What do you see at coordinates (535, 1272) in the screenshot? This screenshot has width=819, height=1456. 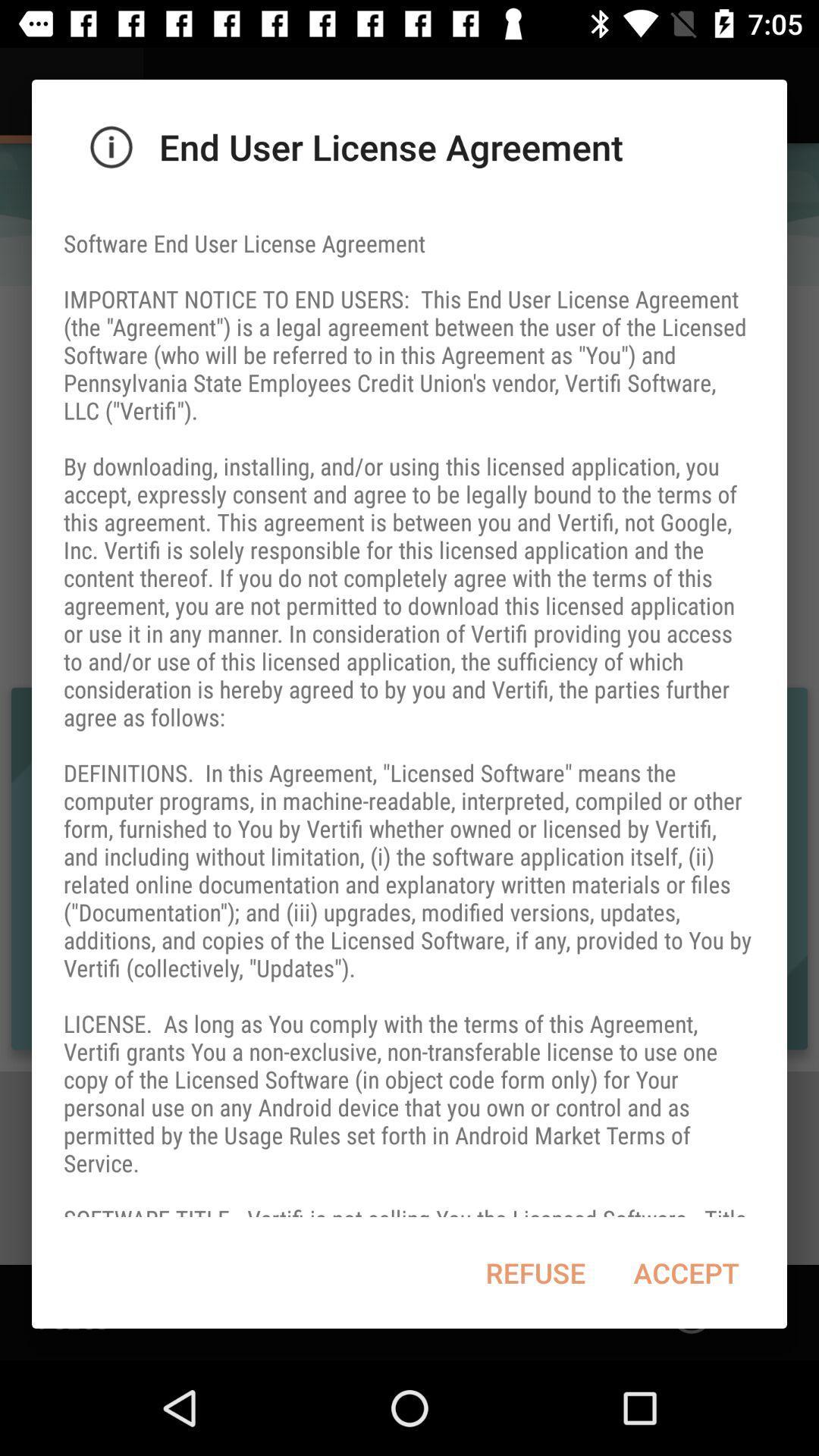 I see `the item next to the accept icon` at bounding box center [535, 1272].